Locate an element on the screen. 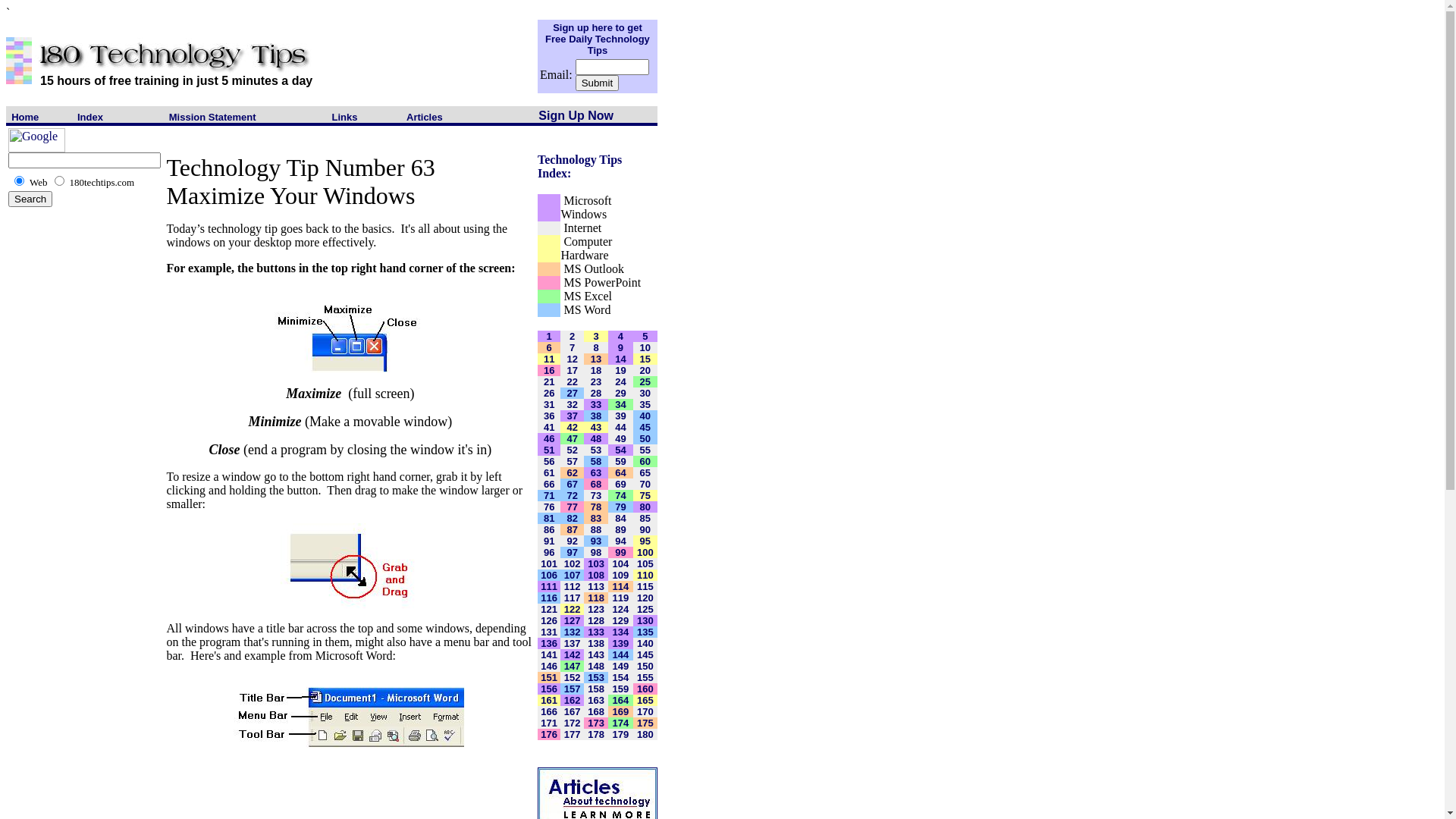 The height and width of the screenshot is (819, 1456). 'Home' is located at coordinates (25, 116).